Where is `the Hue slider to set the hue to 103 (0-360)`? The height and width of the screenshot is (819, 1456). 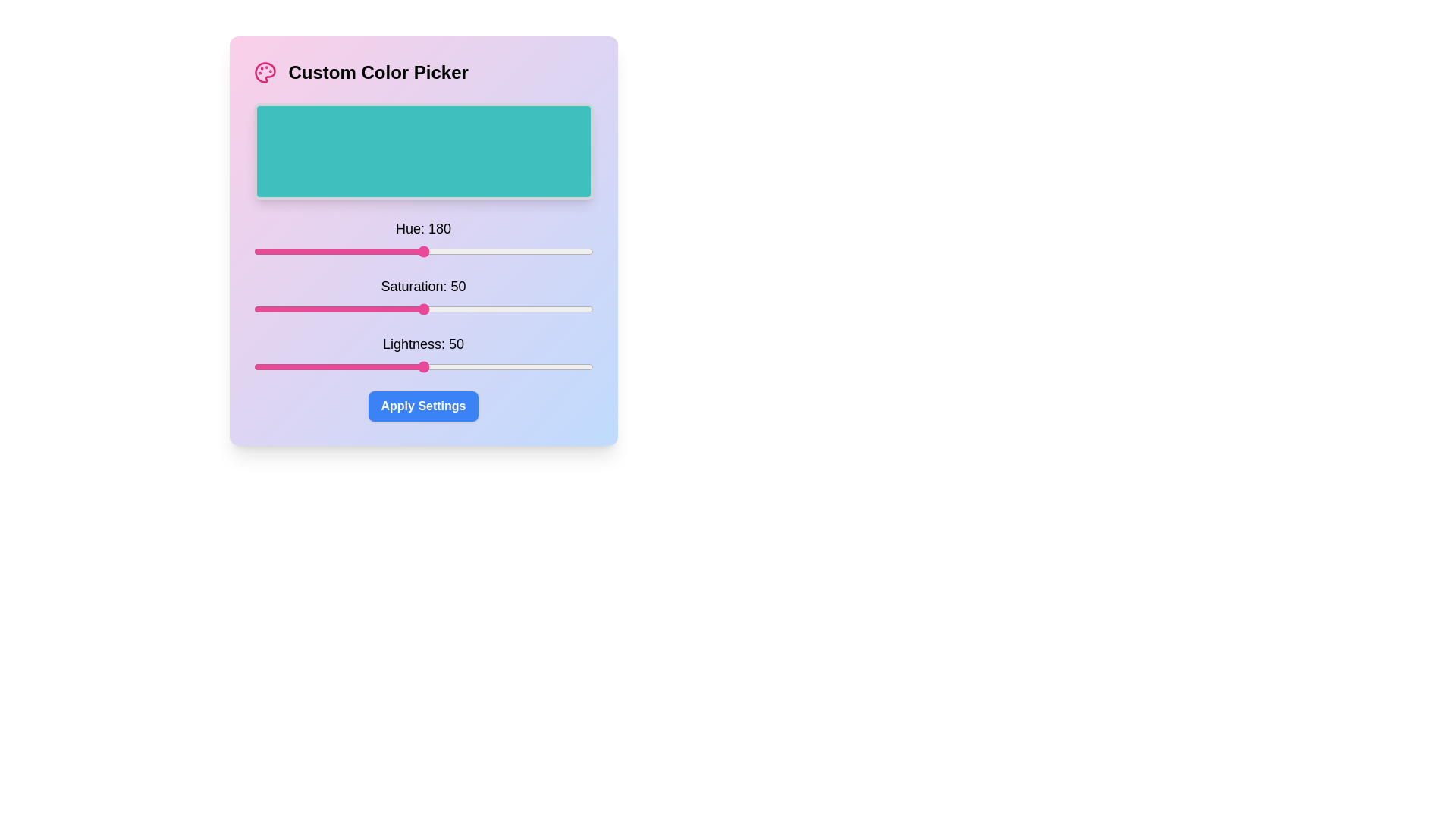 the Hue slider to set the hue to 103 (0-360) is located at coordinates (350, 250).